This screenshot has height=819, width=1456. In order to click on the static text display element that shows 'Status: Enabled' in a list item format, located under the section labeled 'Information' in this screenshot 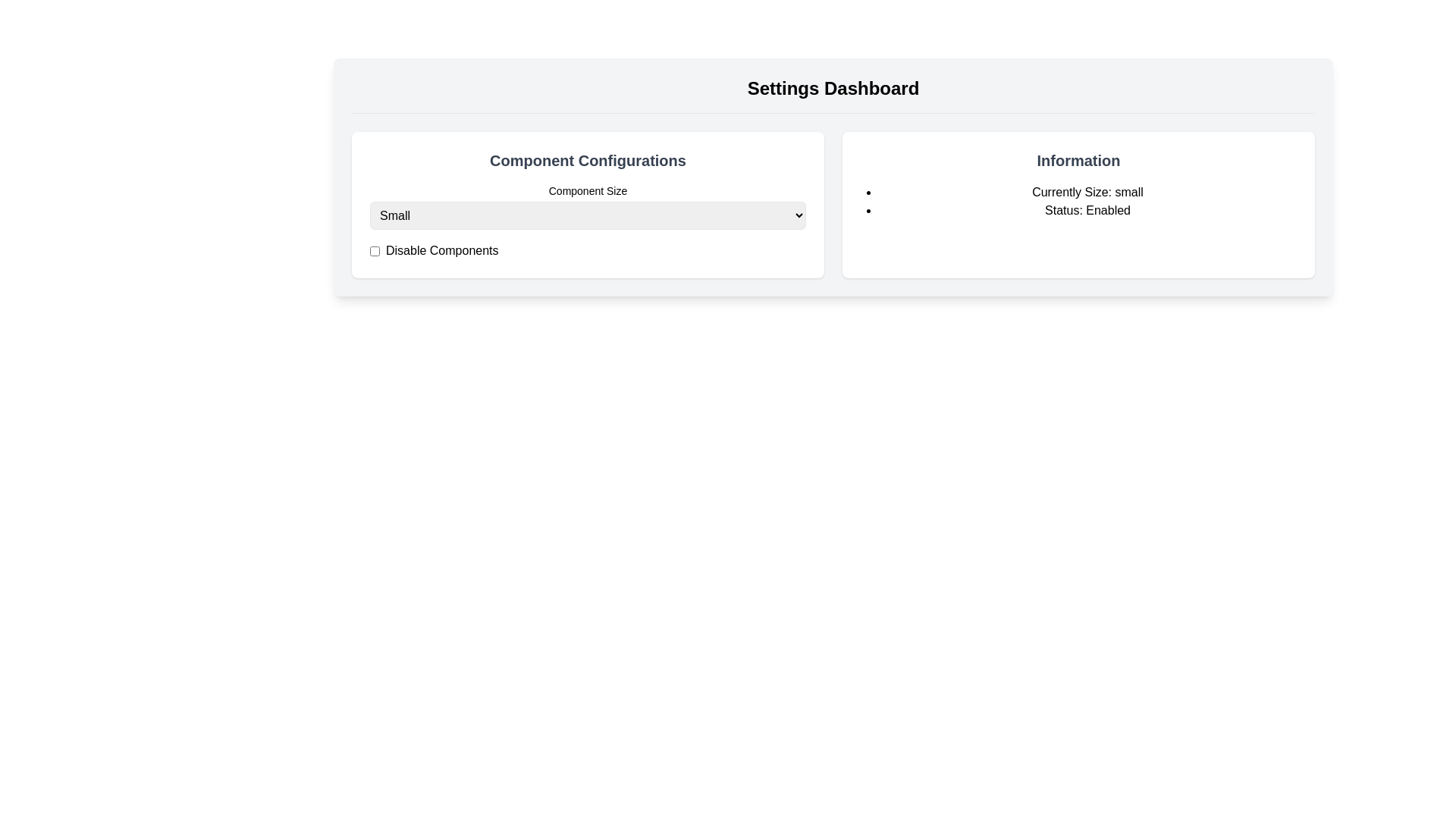, I will do `click(1087, 210)`.